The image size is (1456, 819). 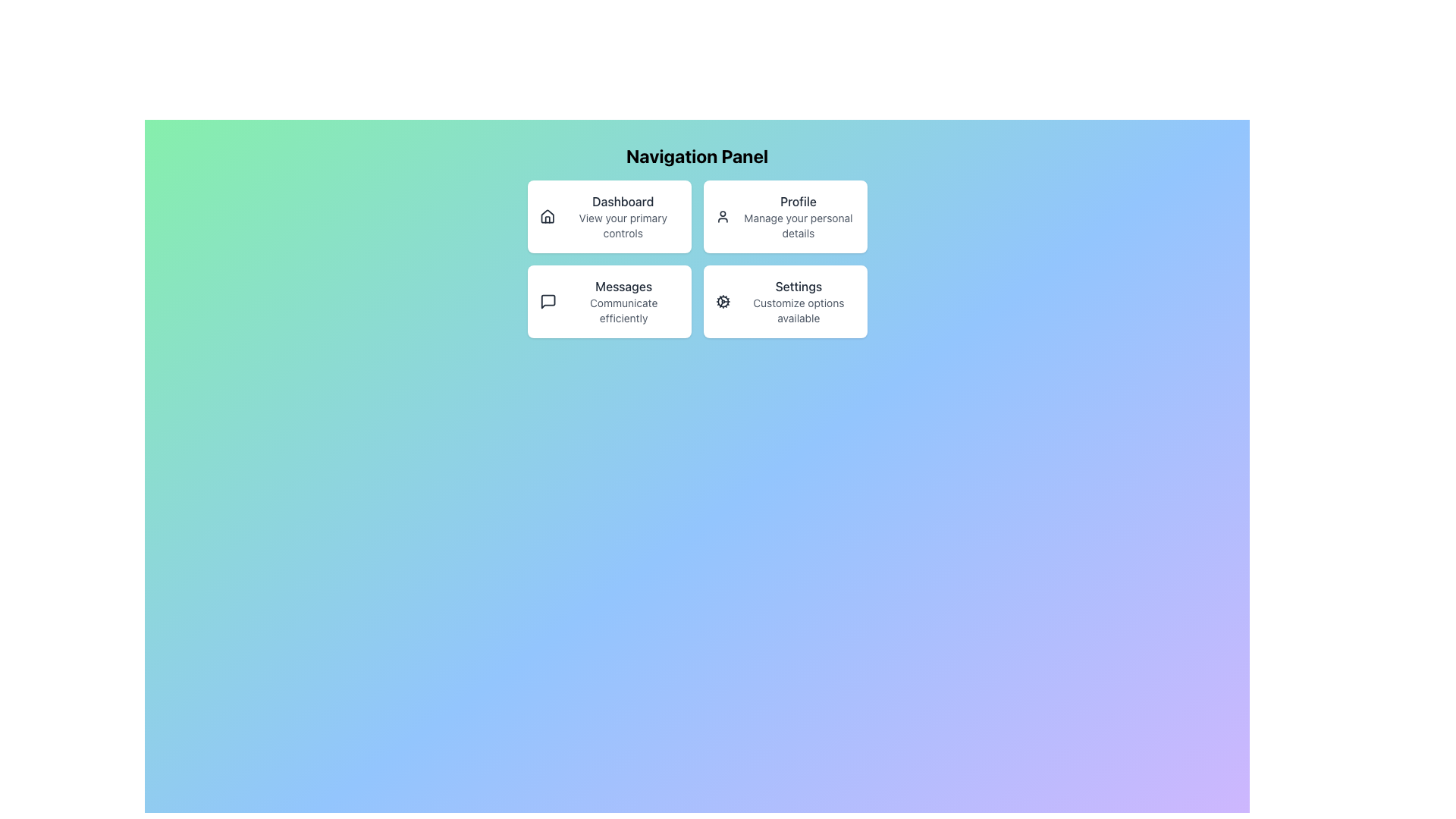 What do you see at coordinates (609, 301) in the screenshot?
I see `the 'Messages' button, which features a speech bubble icon and a two-line text description` at bounding box center [609, 301].